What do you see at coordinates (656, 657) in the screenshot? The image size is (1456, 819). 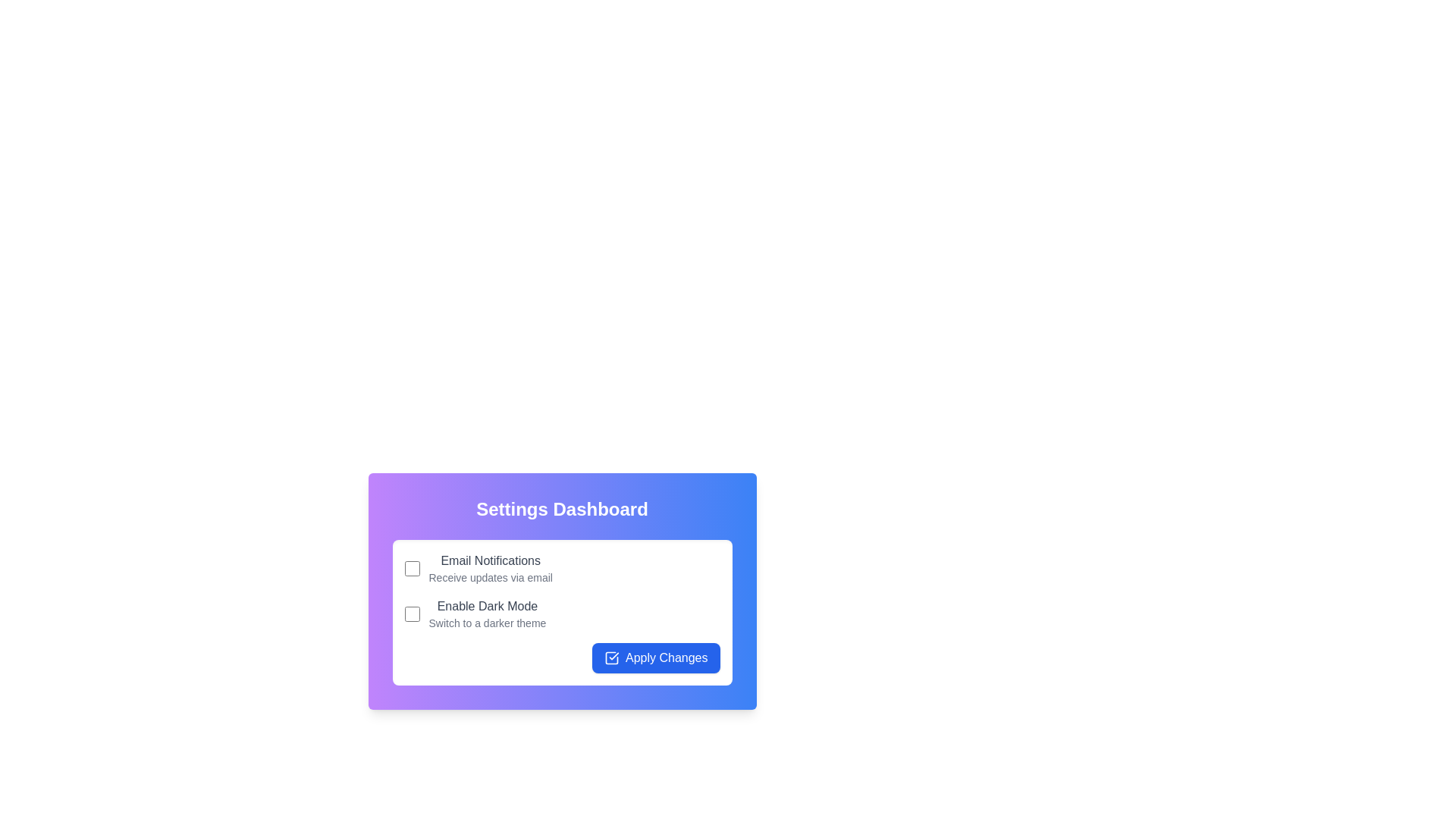 I see `the blue button with a checkmark icon and 'Apply Changes' text located at the bottom-right of the 'Settings Dashboard' card` at bounding box center [656, 657].